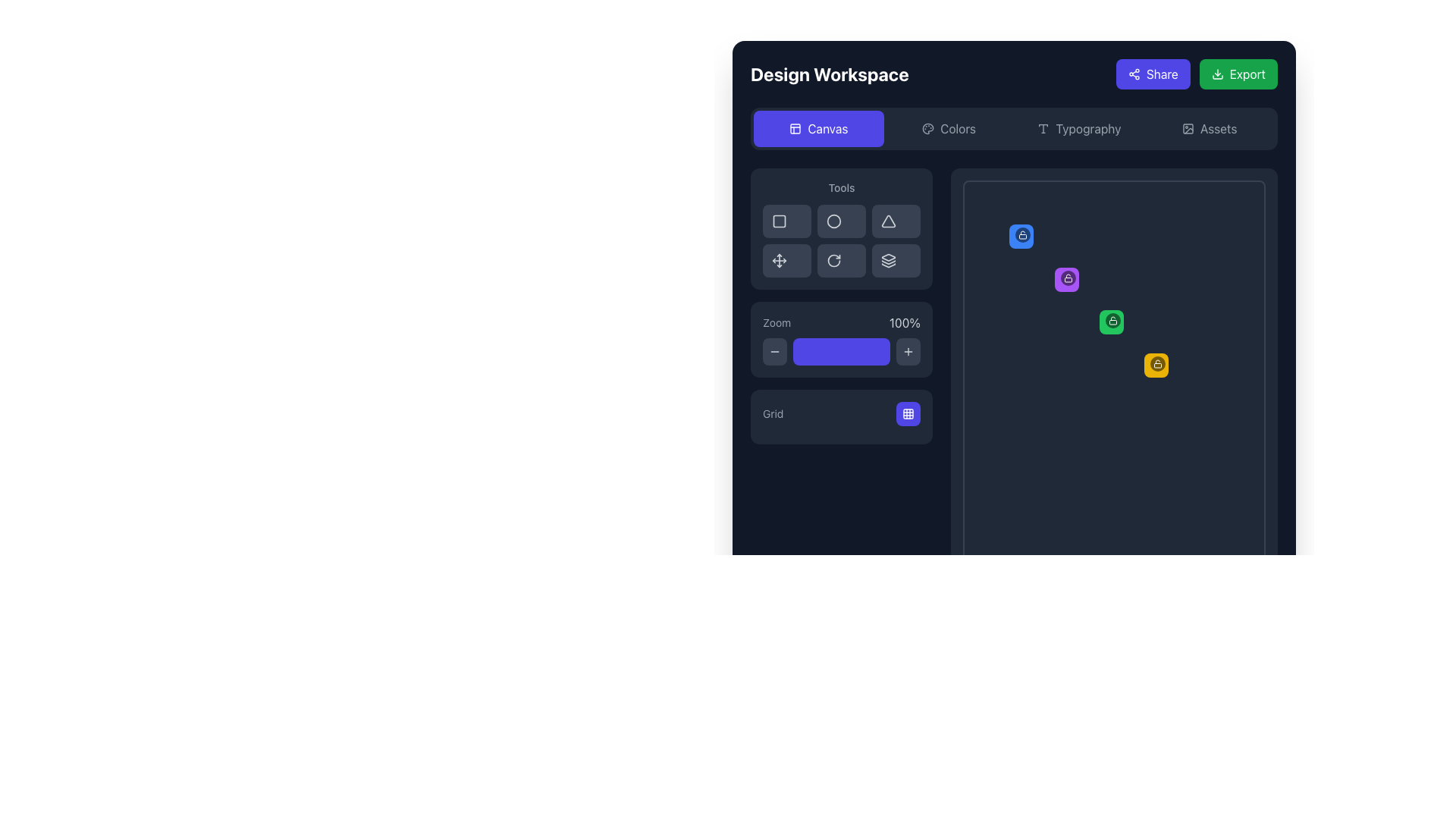 The width and height of the screenshot is (1456, 819). What do you see at coordinates (888, 256) in the screenshot?
I see `the top layer icon in the stacking tool section, which is the topmost part of a three-part icon design in the left panel of the interface` at bounding box center [888, 256].